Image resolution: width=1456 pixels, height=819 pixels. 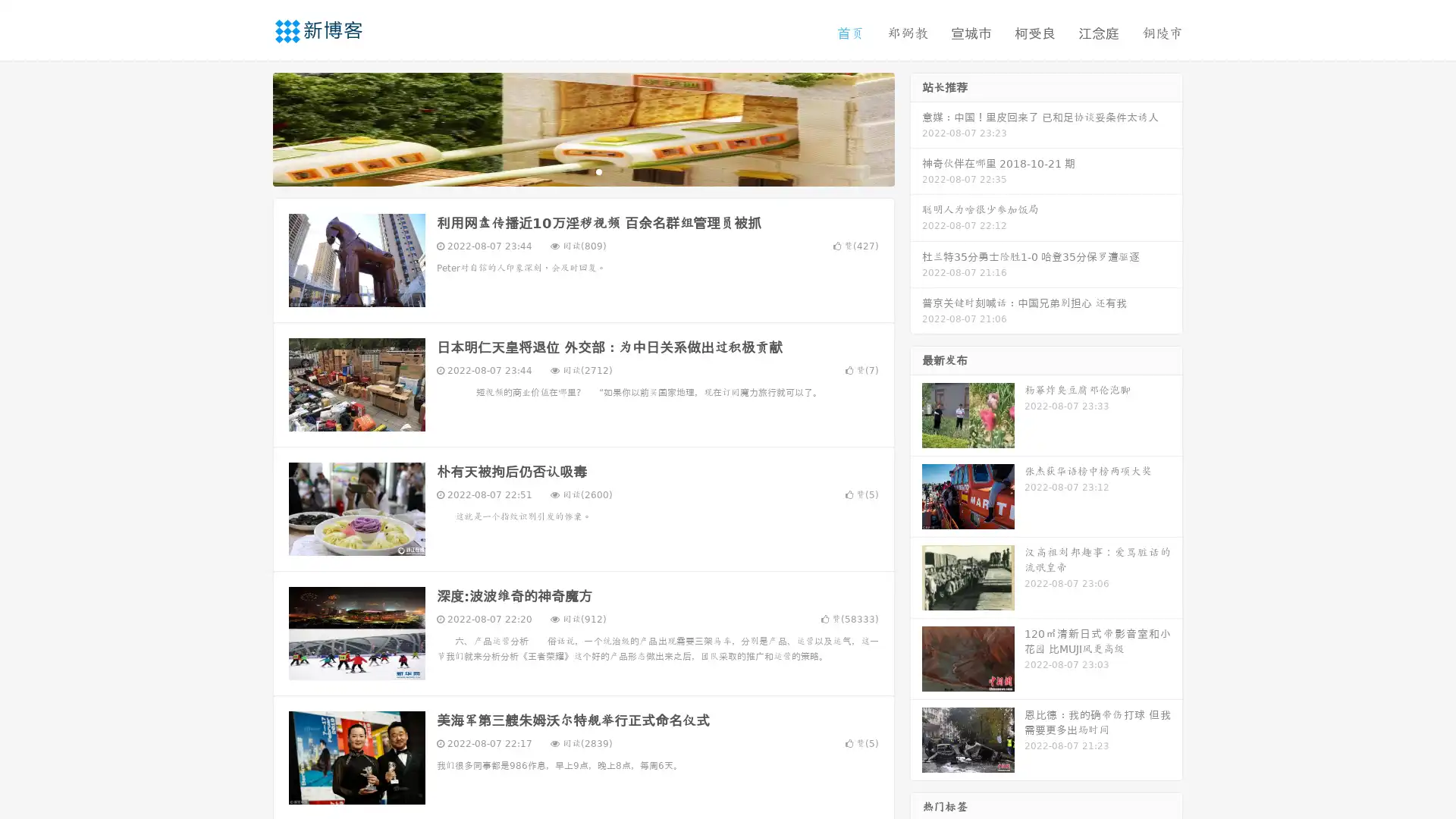 What do you see at coordinates (567, 171) in the screenshot?
I see `Go to slide 1` at bounding box center [567, 171].